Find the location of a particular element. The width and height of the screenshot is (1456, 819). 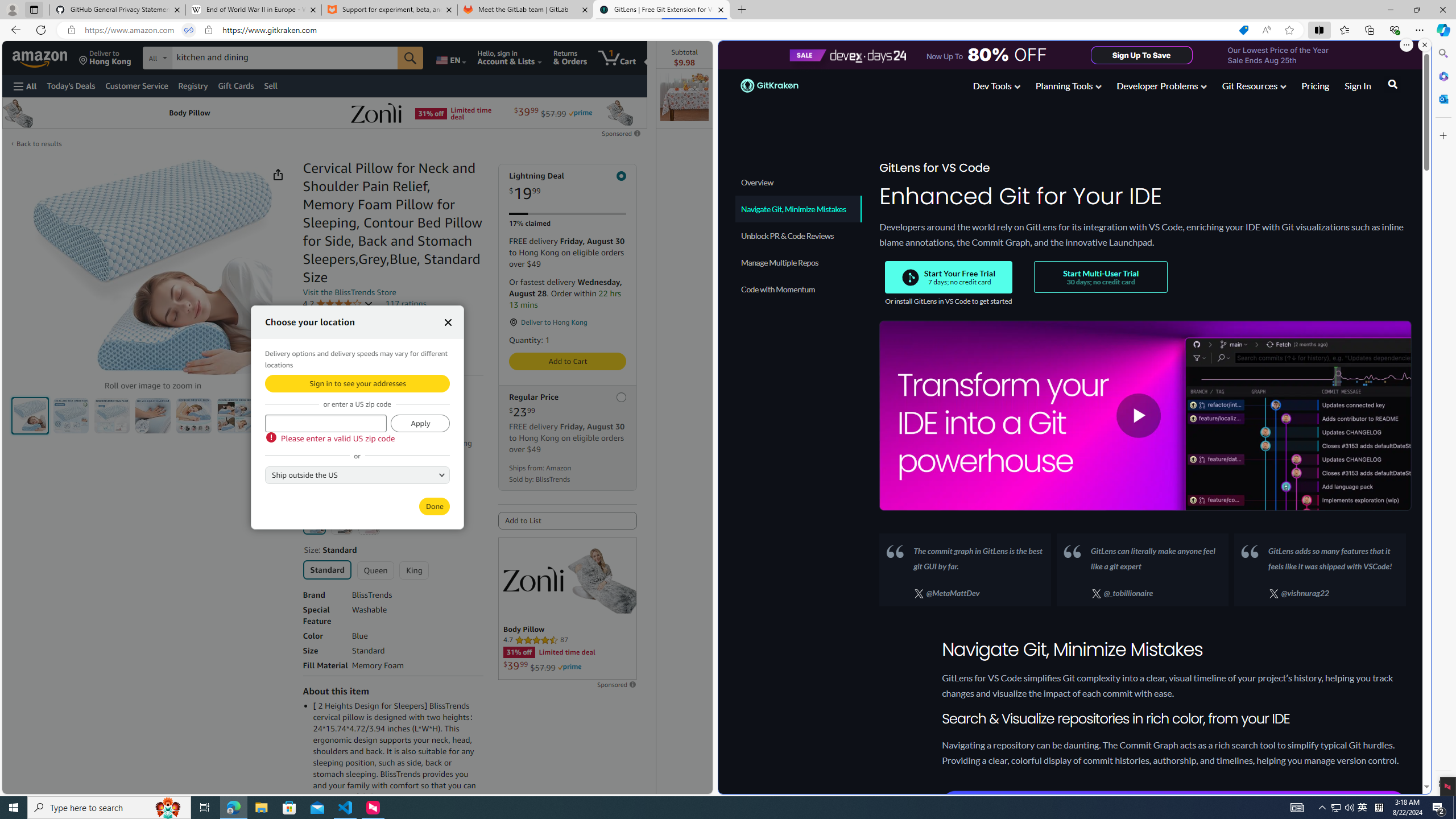

'End of World War II in Europe - Wikipedia' is located at coordinates (253, 9).